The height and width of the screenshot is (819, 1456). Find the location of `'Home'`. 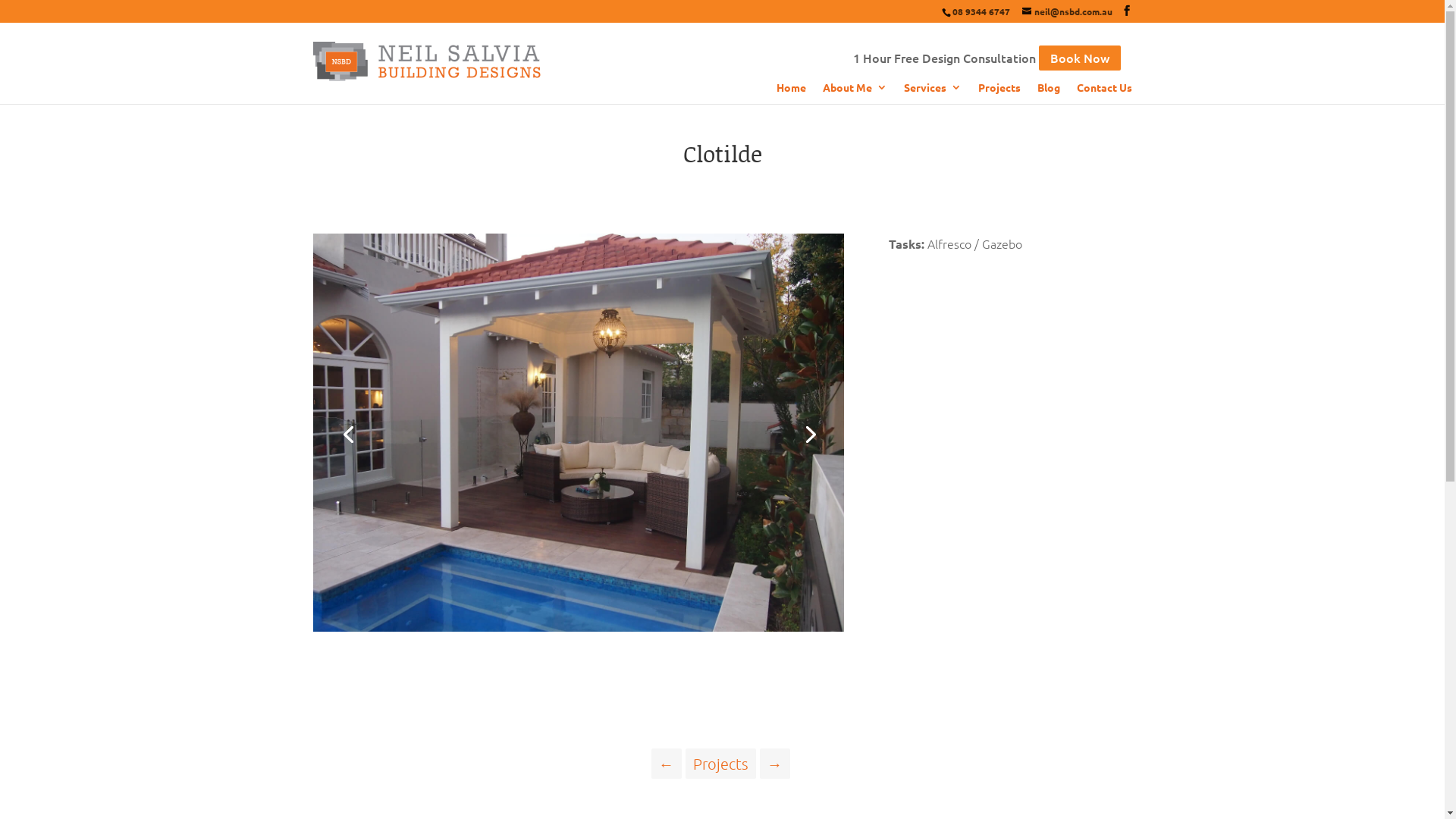

'Home' is located at coordinates (790, 93).